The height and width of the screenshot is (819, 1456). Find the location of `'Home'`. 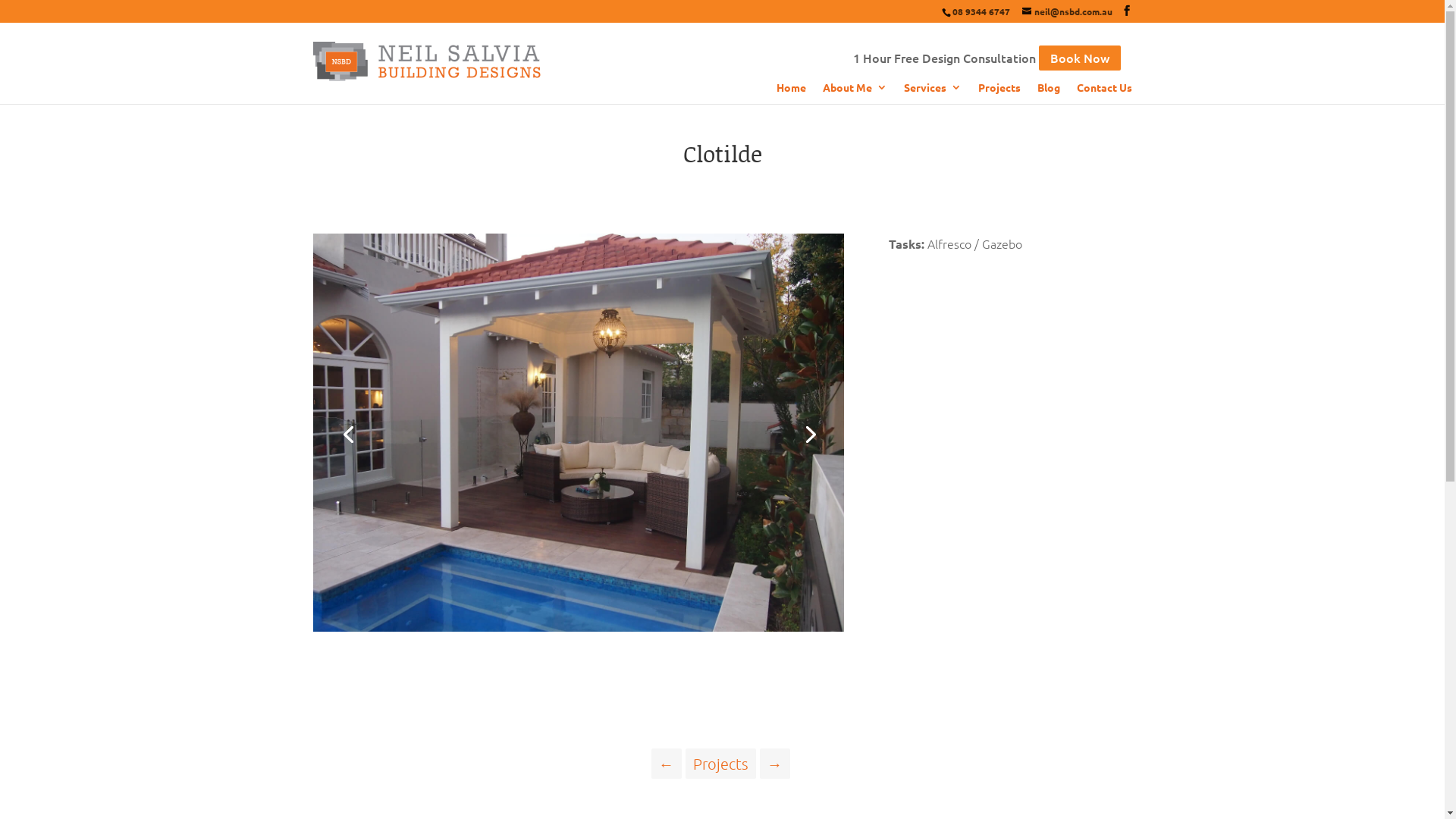

'Home' is located at coordinates (790, 93).